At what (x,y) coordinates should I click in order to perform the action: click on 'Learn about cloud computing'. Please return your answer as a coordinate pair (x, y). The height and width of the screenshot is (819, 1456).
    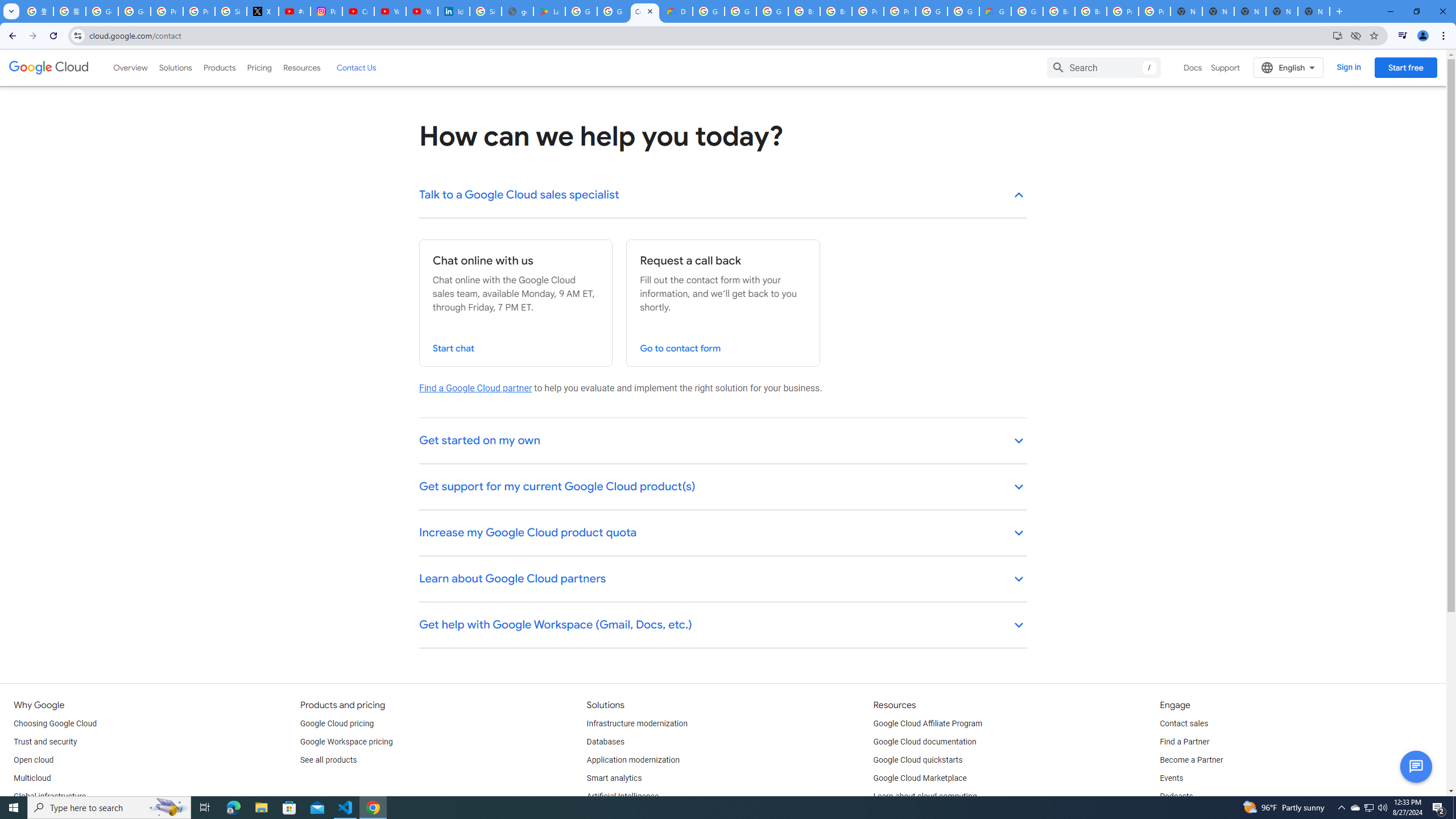
    Looking at the image, I should click on (925, 797).